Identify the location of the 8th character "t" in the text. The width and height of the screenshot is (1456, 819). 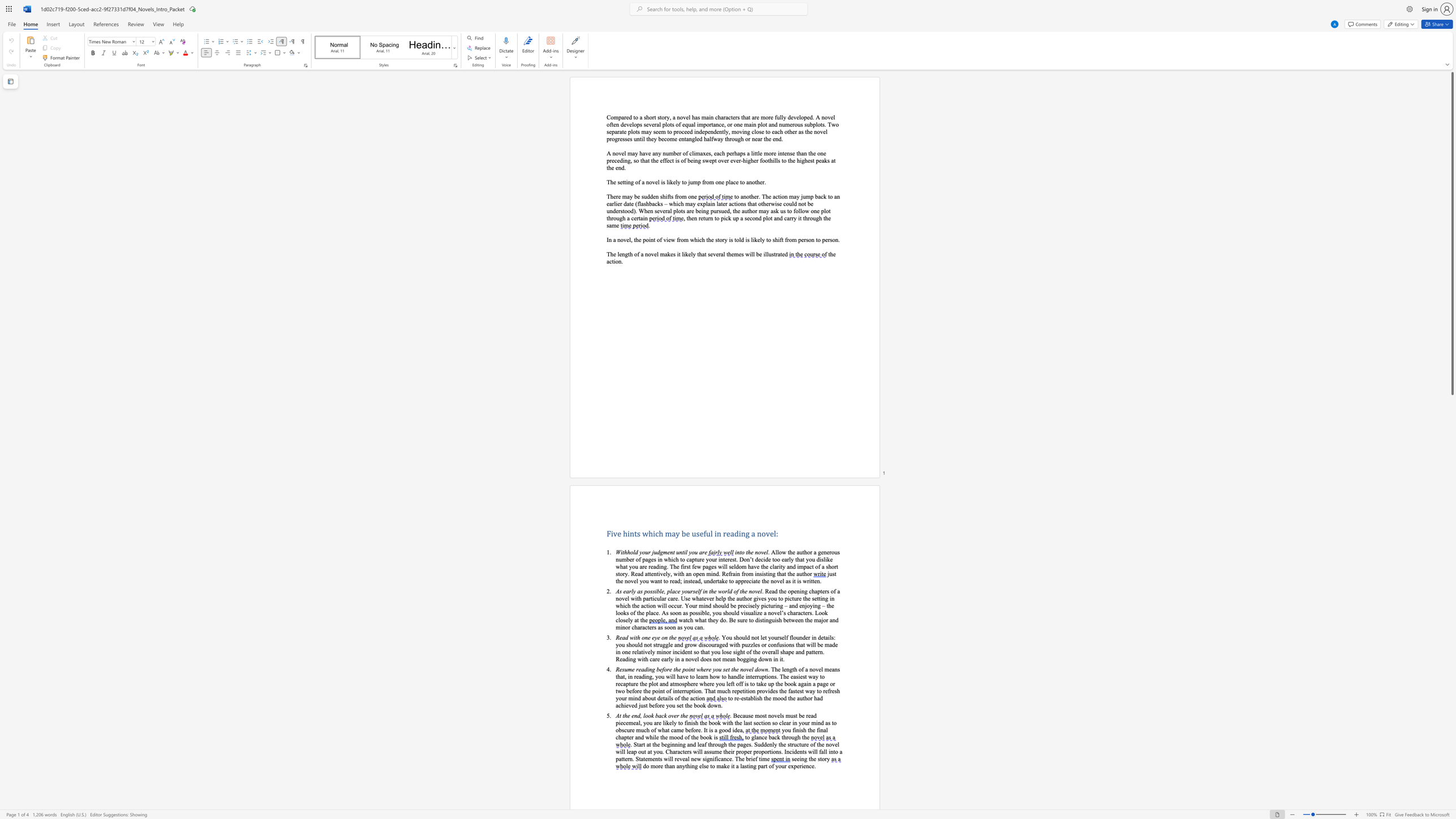
(648, 626).